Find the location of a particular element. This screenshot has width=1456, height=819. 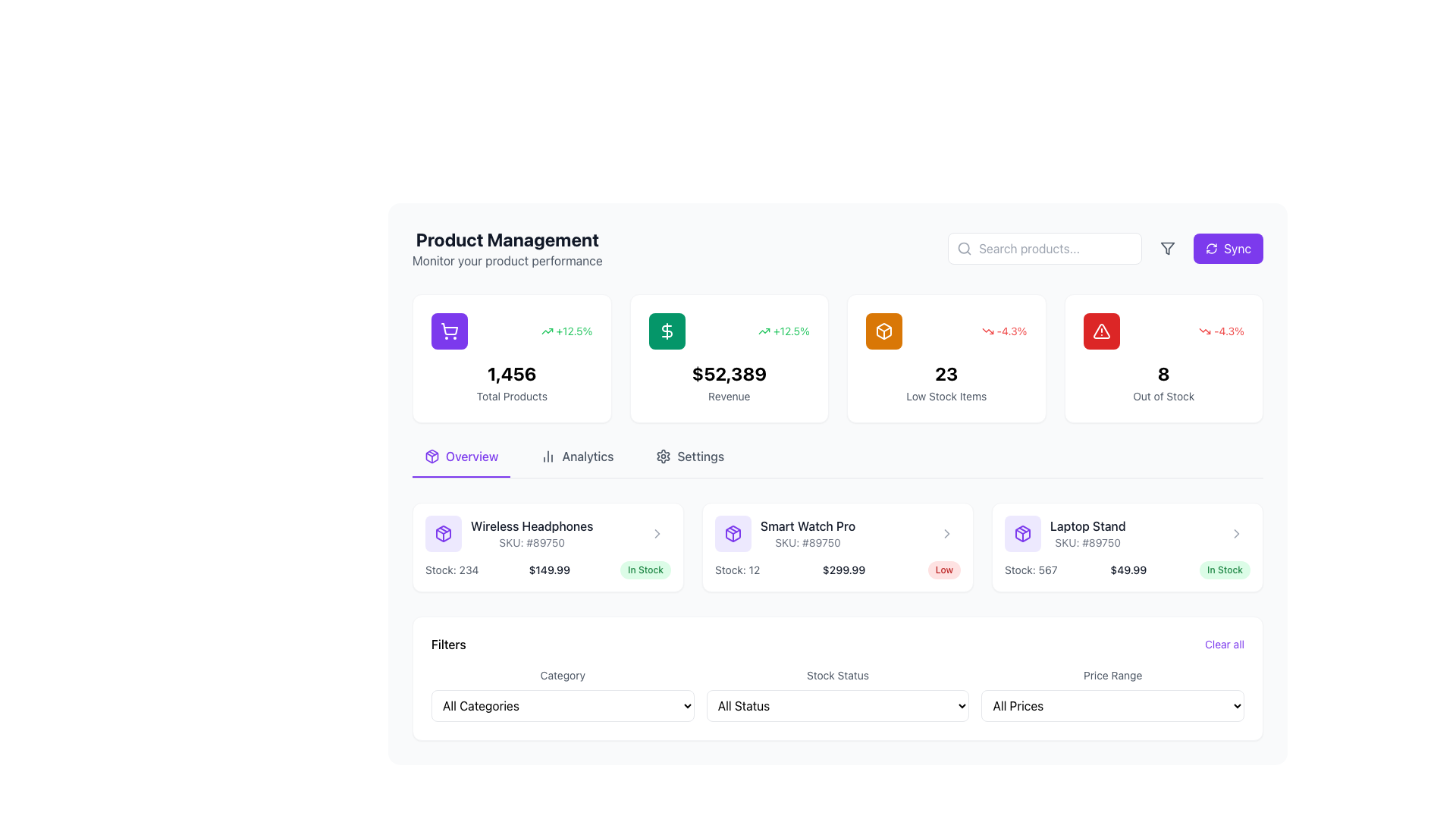

the shopping cart icon's basket element located at the top-left corner of the purple tile on the dashboard is located at coordinates (449, 328).